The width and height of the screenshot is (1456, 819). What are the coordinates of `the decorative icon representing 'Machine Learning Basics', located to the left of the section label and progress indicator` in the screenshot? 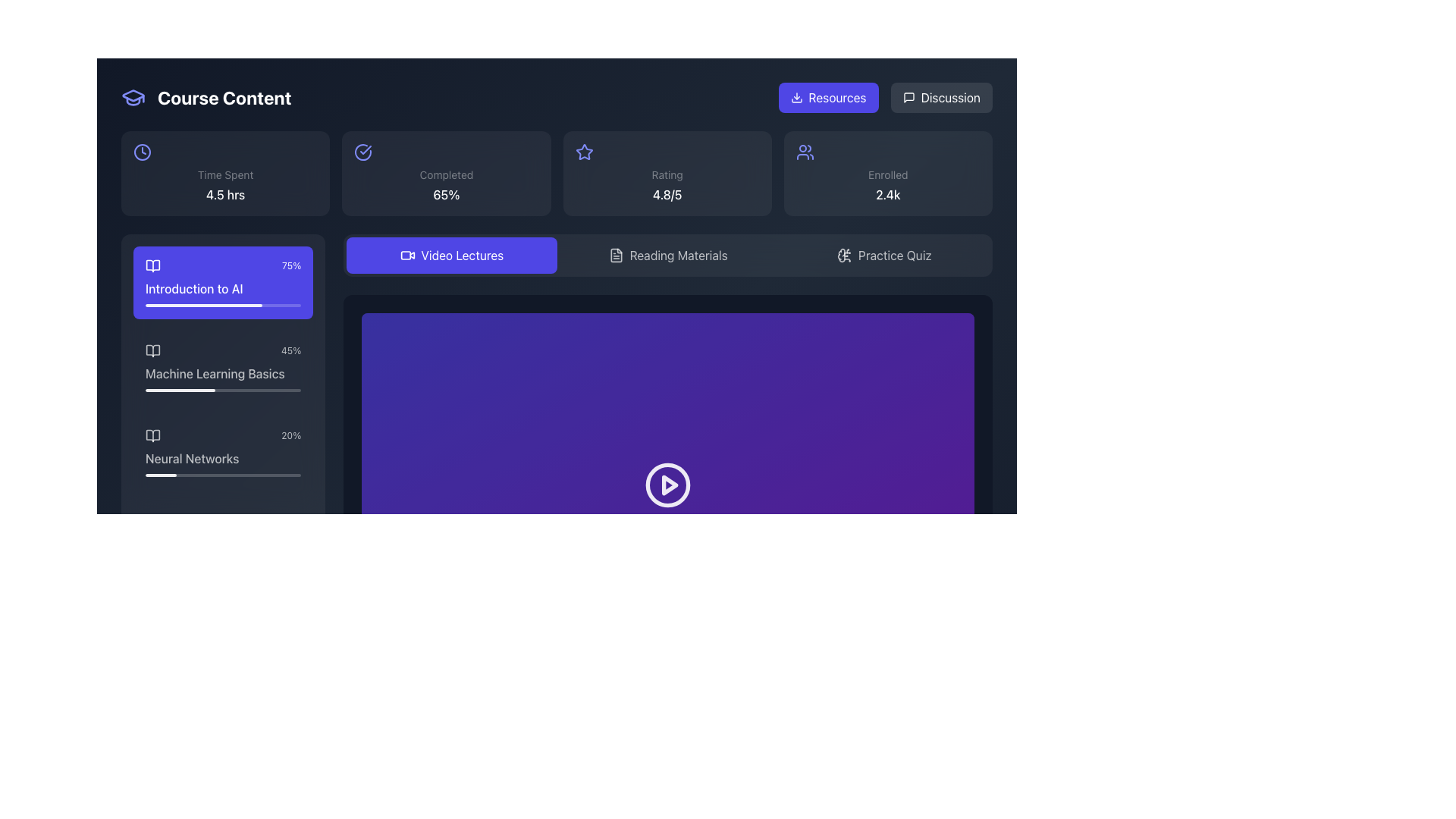 It's located at (152, 350).